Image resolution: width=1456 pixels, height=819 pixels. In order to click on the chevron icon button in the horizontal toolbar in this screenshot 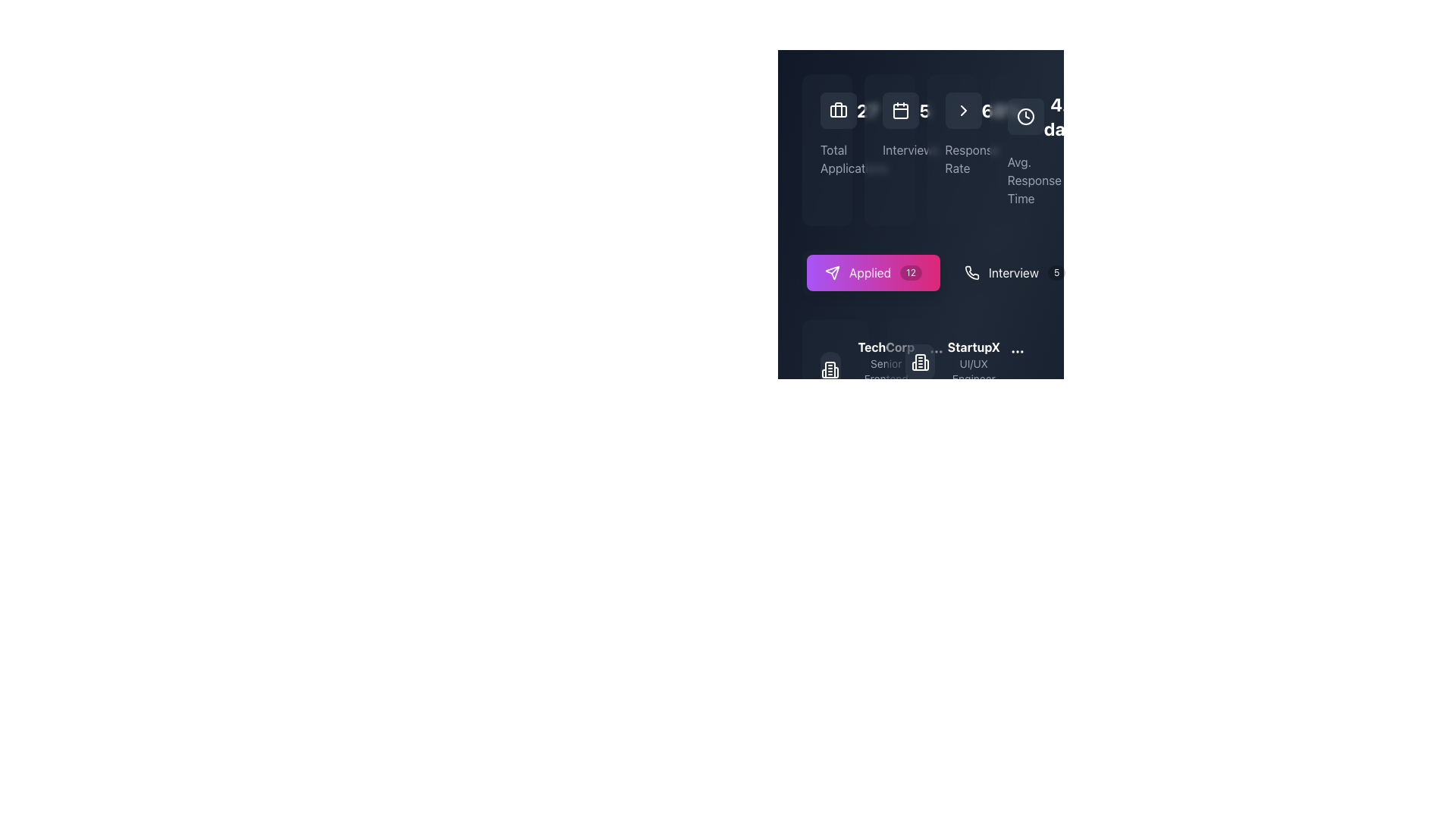, I will do `click(962, 110)`.